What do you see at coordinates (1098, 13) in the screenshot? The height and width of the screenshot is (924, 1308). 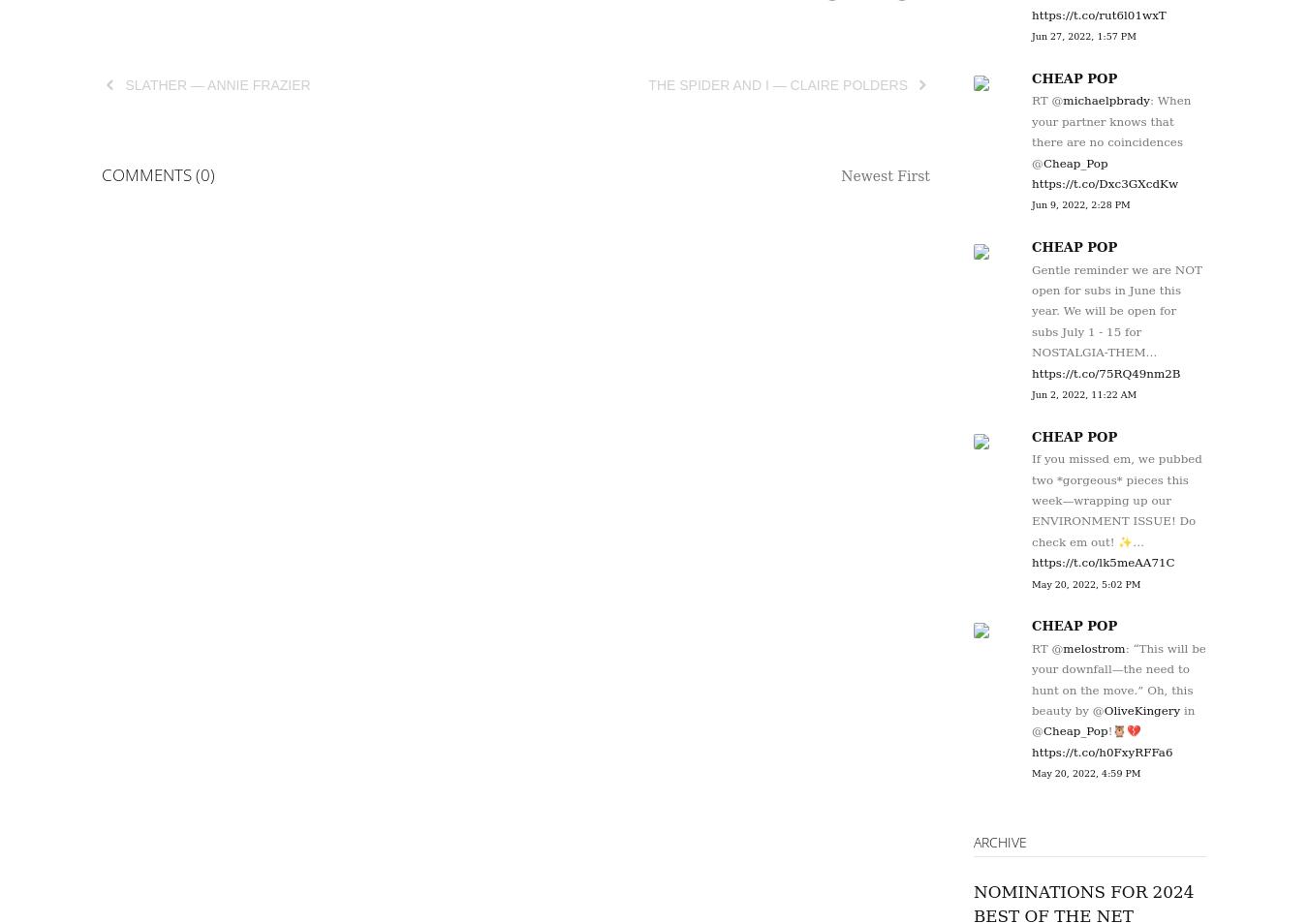 I see `'https://t.co/rut6l01wxT'` at bounding box center [1098, 13].